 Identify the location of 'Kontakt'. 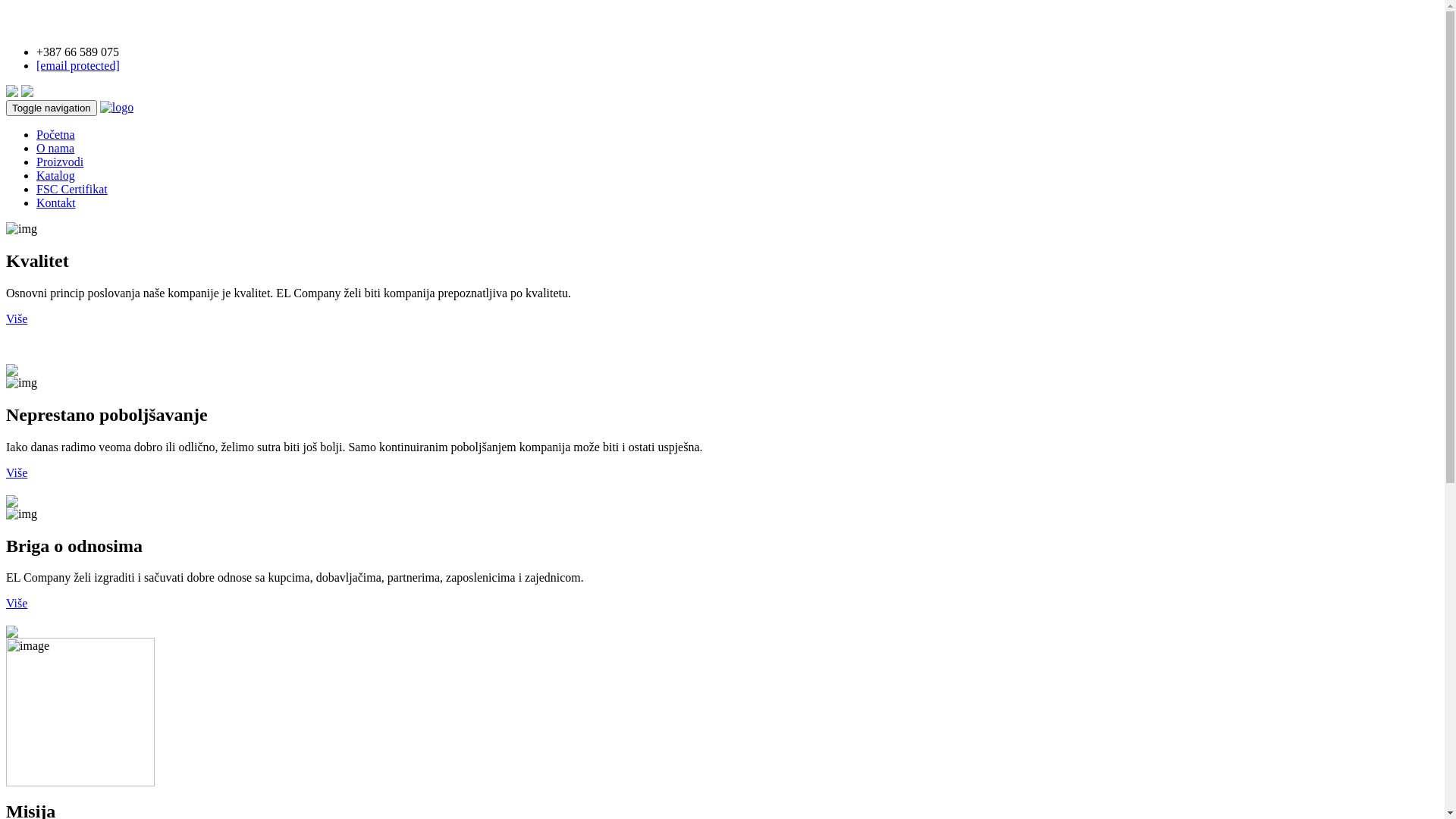
(55, 202).